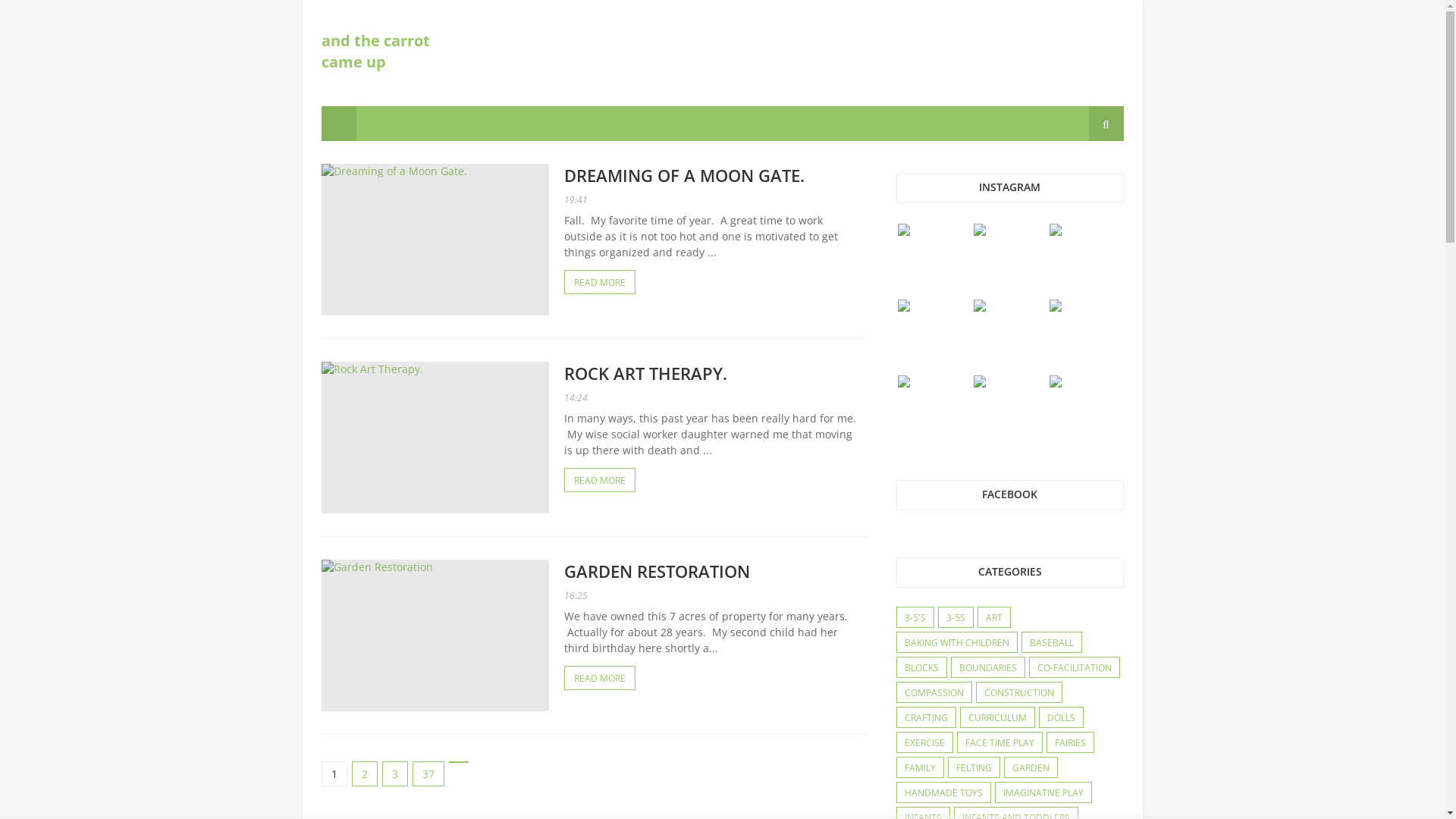  Describe the element at coordinates (924, 717) in the screenshot. I see `'CRAFTING'` at that location.